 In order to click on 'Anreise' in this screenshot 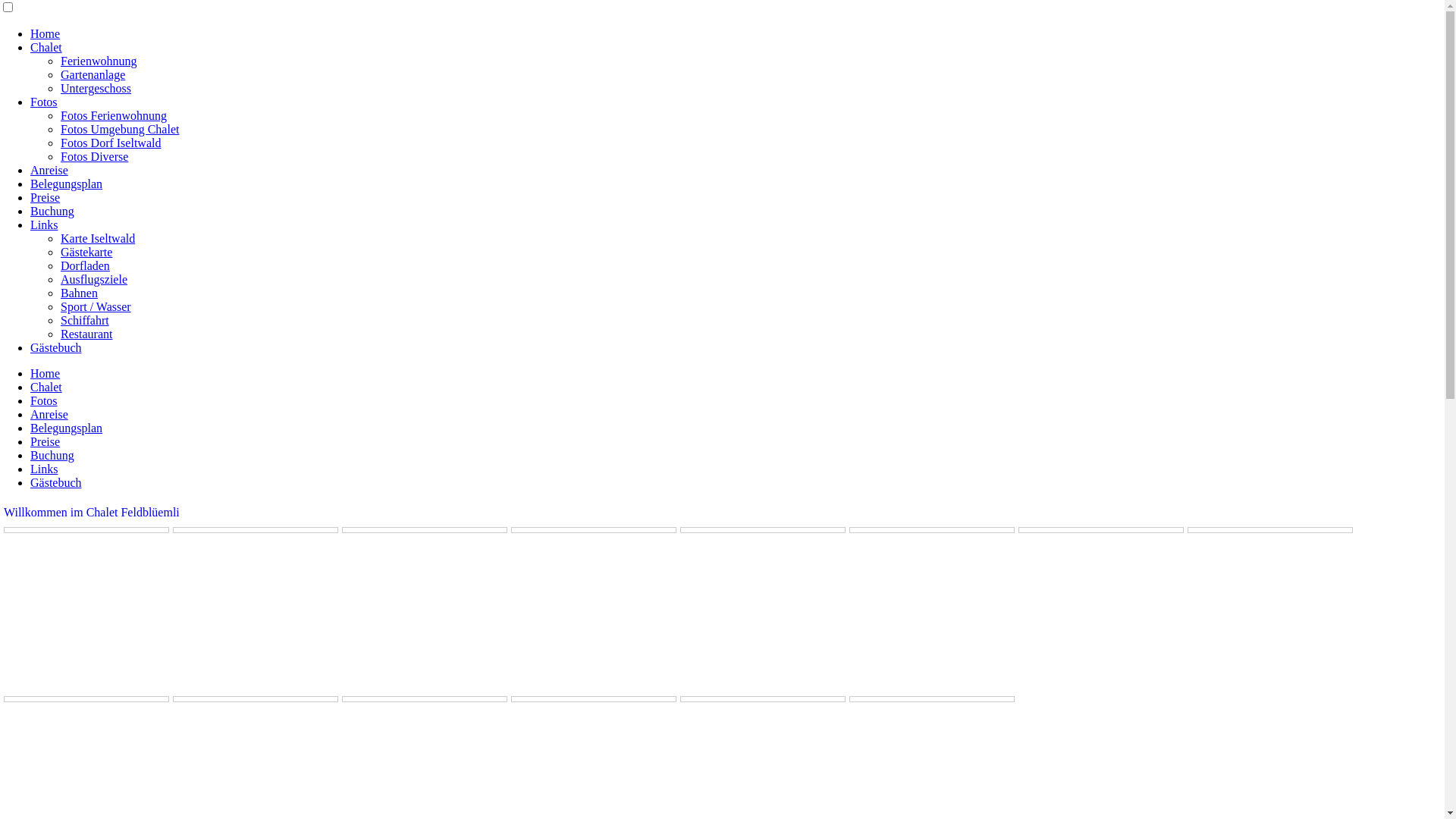, I will do `click(30, 414)`.